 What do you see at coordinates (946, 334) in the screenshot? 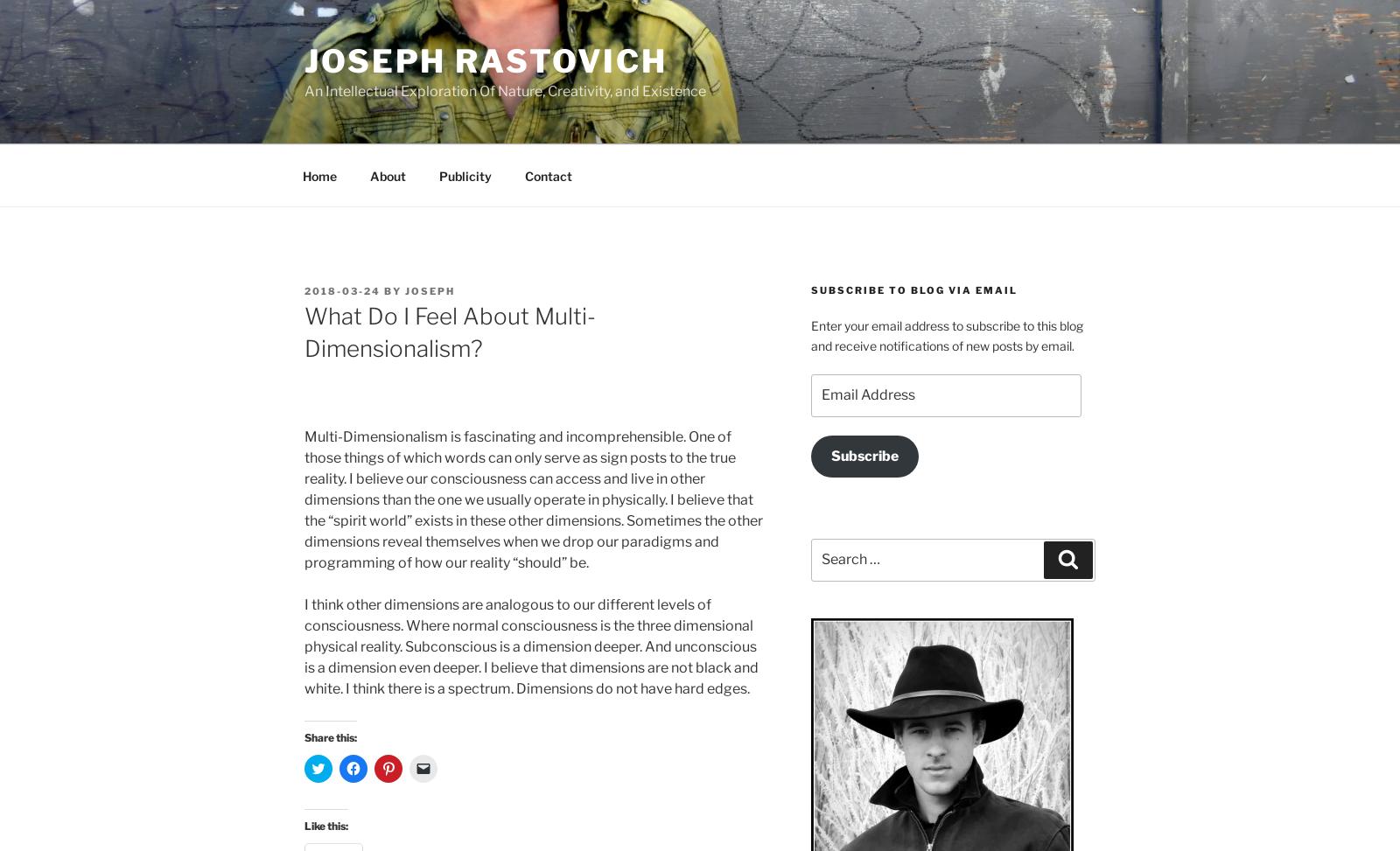
I see `'Enter your email address to subscribe to this blog and receive notifications of new posts by email.'` at bounding box center [946, 334].